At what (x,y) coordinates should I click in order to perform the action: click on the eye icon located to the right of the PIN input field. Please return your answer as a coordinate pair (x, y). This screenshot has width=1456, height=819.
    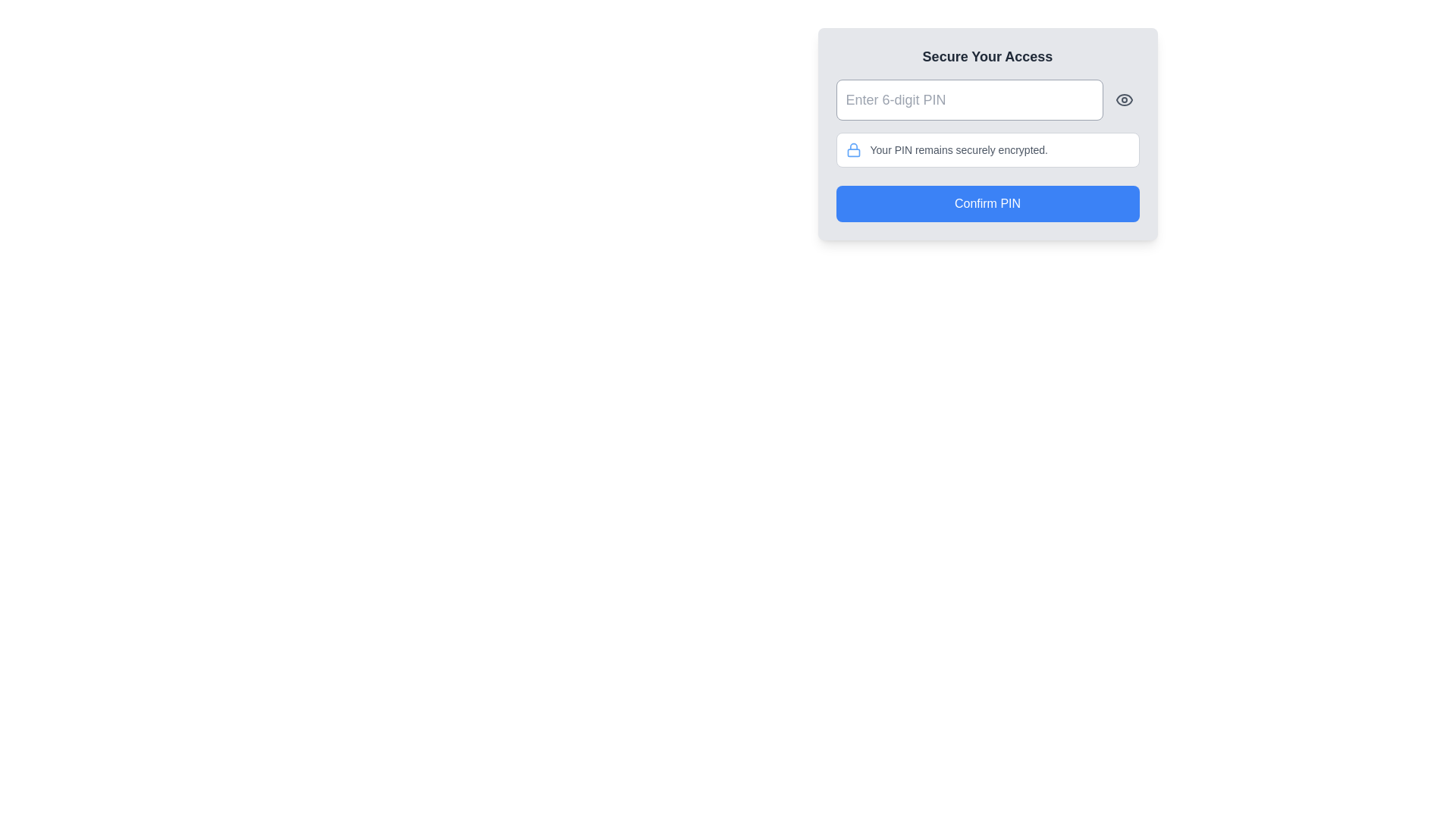
    Looking at the image, I should click on (1124, 99).